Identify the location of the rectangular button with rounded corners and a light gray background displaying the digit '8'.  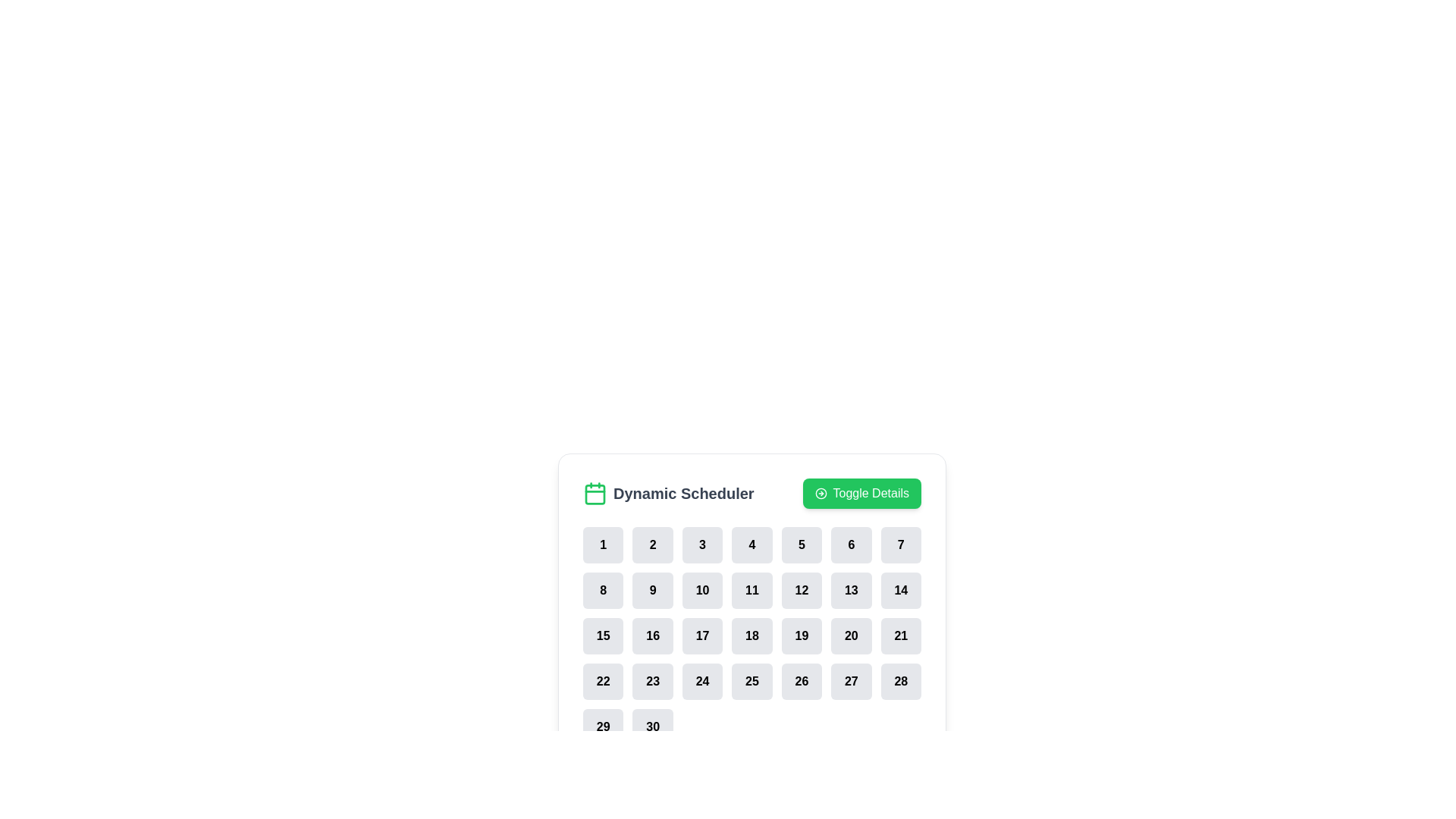
(602, 590).